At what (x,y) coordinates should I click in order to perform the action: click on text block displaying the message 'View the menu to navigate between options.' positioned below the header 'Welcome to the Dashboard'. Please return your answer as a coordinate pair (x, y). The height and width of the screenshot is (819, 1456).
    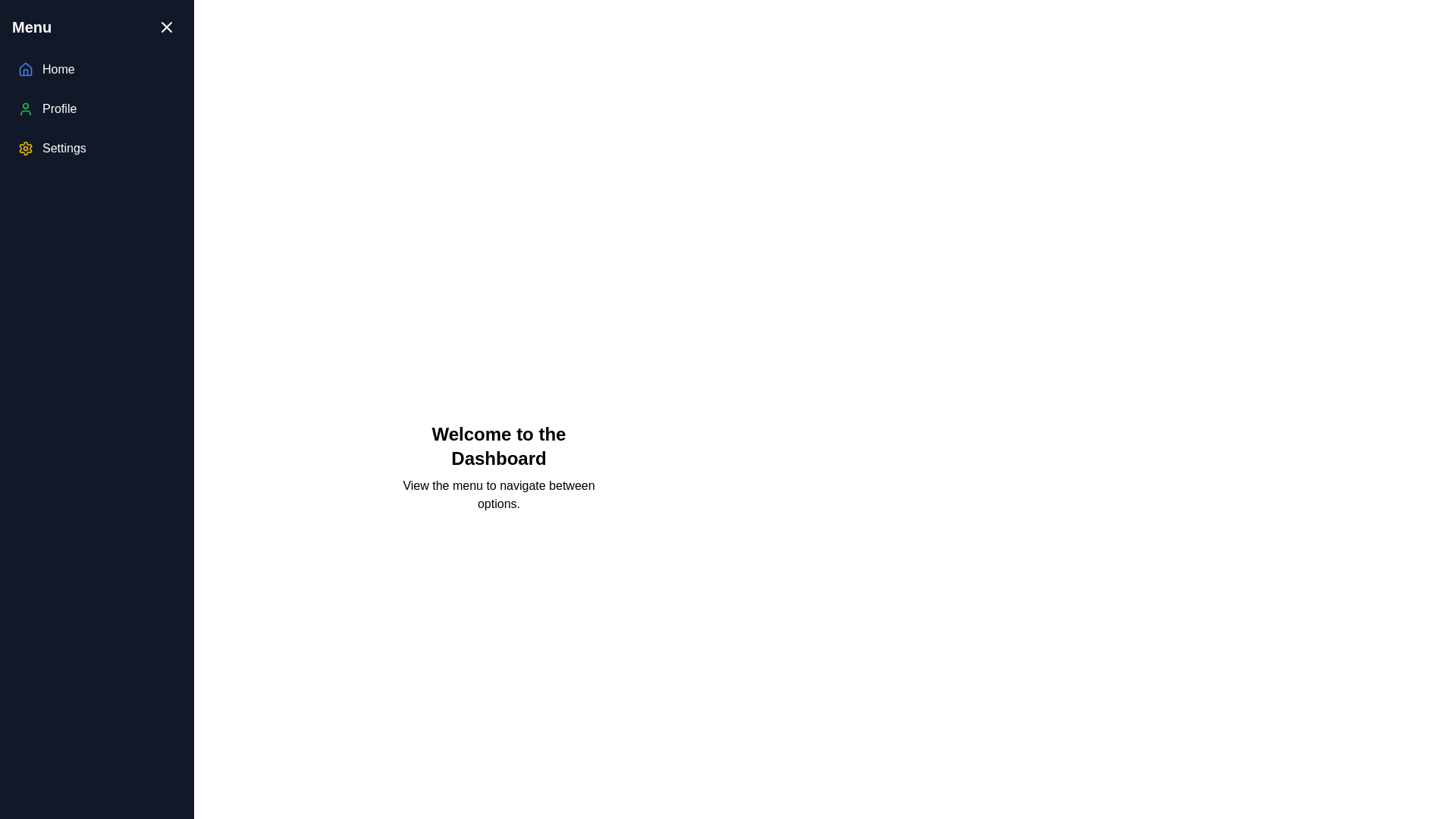
    Looking at the image, I should click on (498, 494).